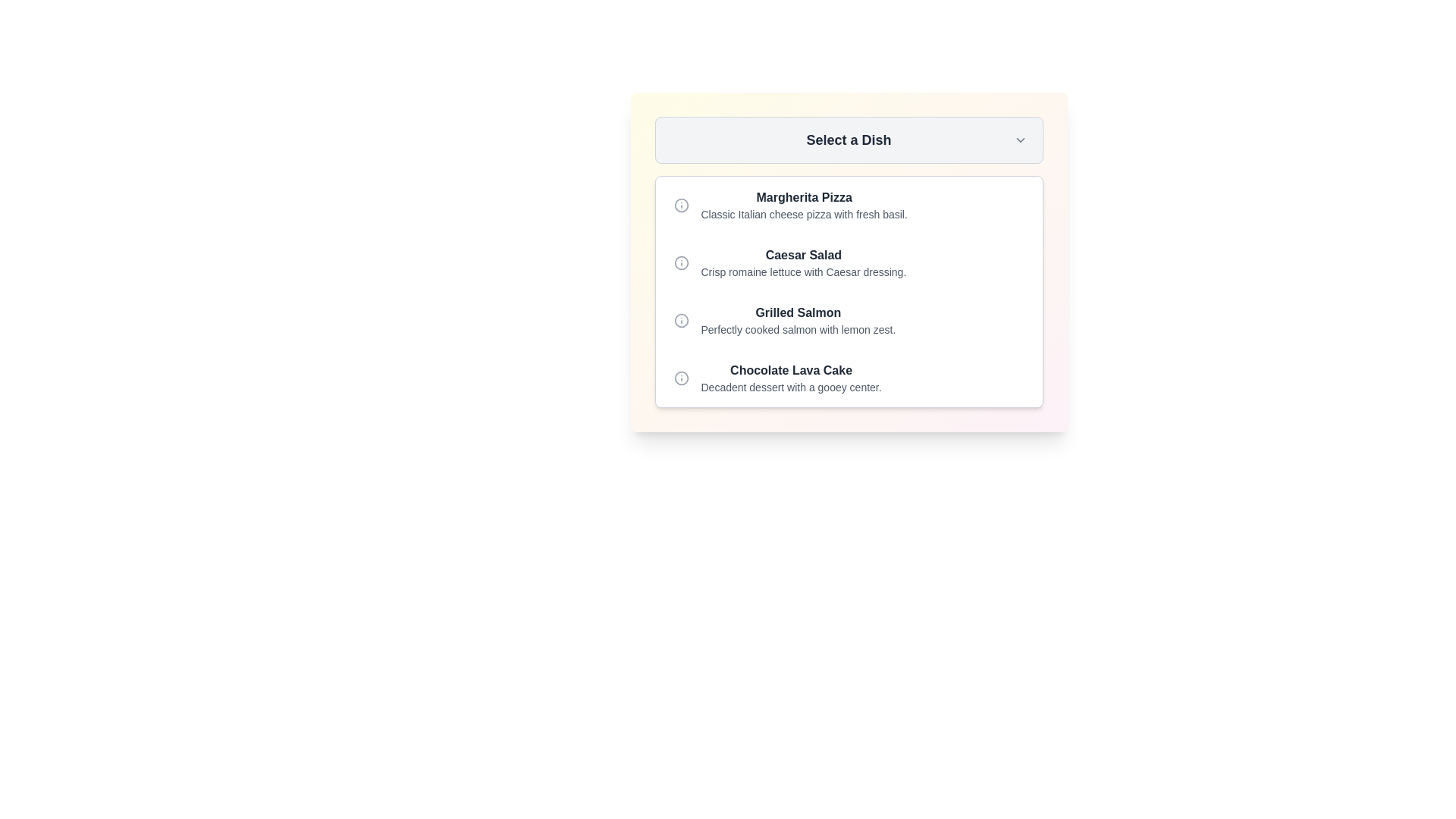 The image size is (1456, 819). What do you see at coordinates (680, 262) in the screenshot?
I see `the information icon located to the left of the text 'Caesar Salad' in the options list` at bounding box center [680, 262].